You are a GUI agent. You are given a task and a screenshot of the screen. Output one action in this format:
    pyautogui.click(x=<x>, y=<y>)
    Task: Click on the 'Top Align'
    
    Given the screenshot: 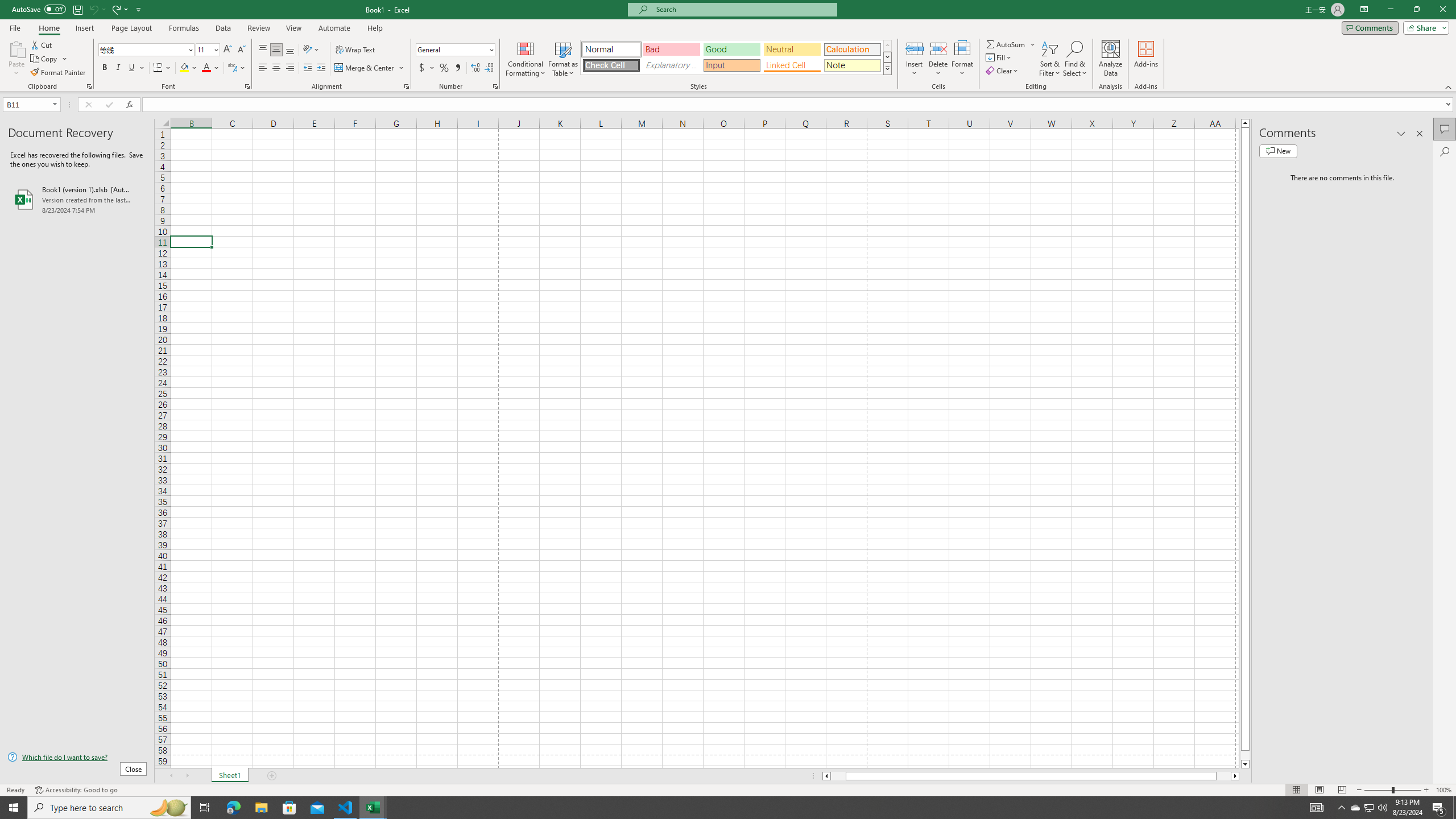 What is the action you would take?
    pyautogui.click(x=262, y=49)
    